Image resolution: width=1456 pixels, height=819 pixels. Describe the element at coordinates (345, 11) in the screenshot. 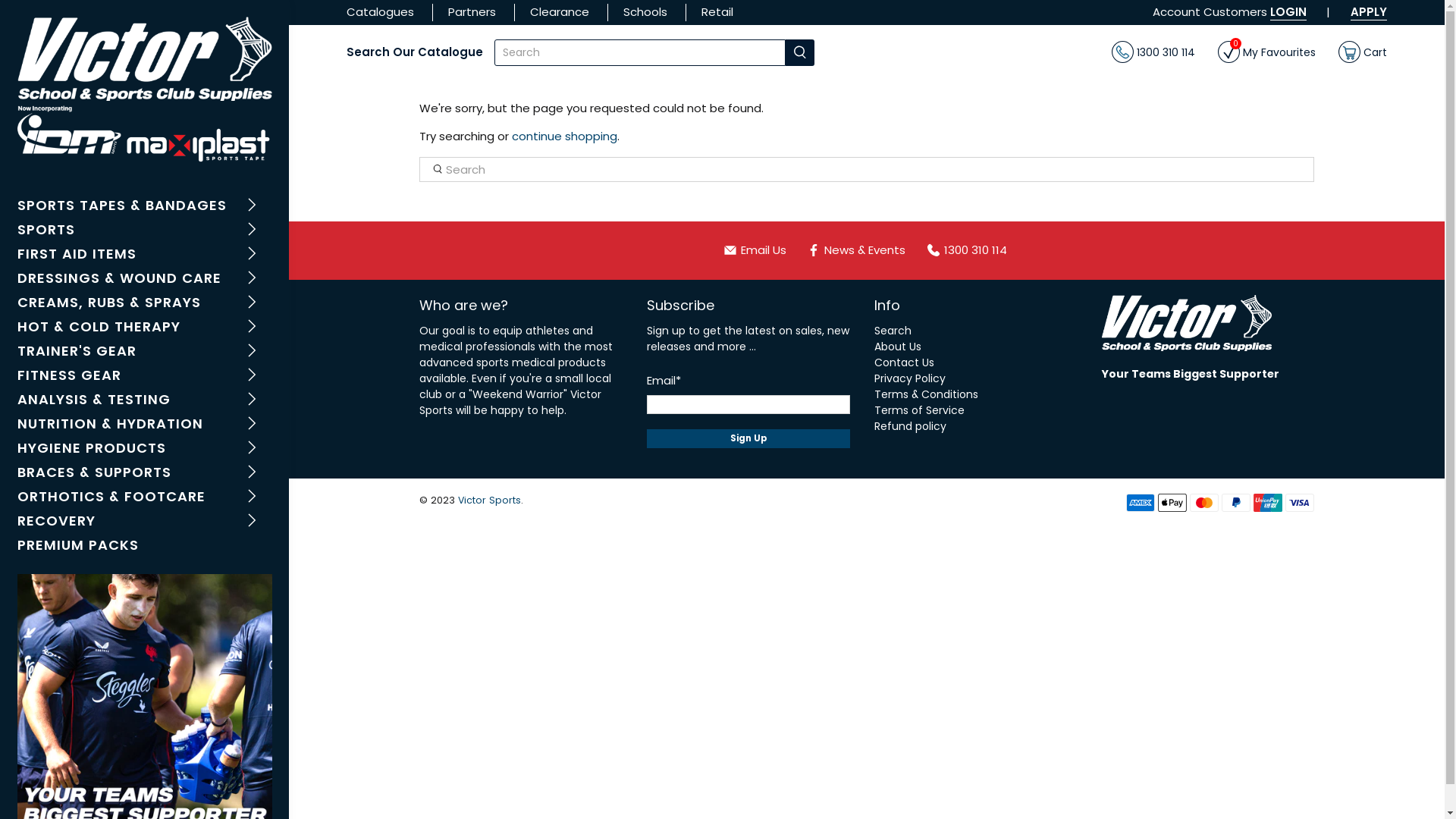

I see `'Catalogues'` at that location.